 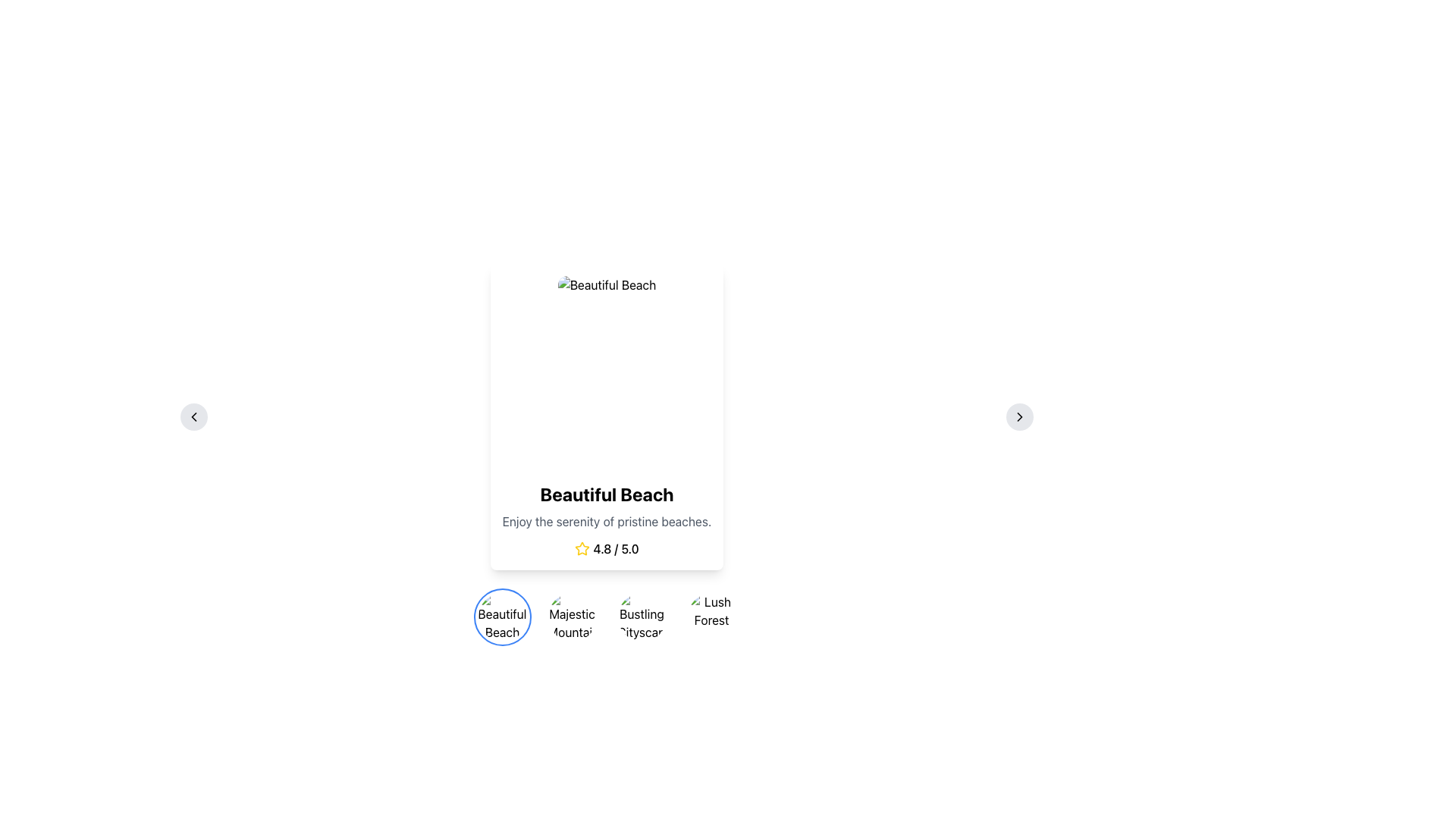 I want to click on the outlined yellow star icon indicating a rating or favorite feature, located to the left of the rating text '4.8 / 5.0', so click(x=582, y=549).